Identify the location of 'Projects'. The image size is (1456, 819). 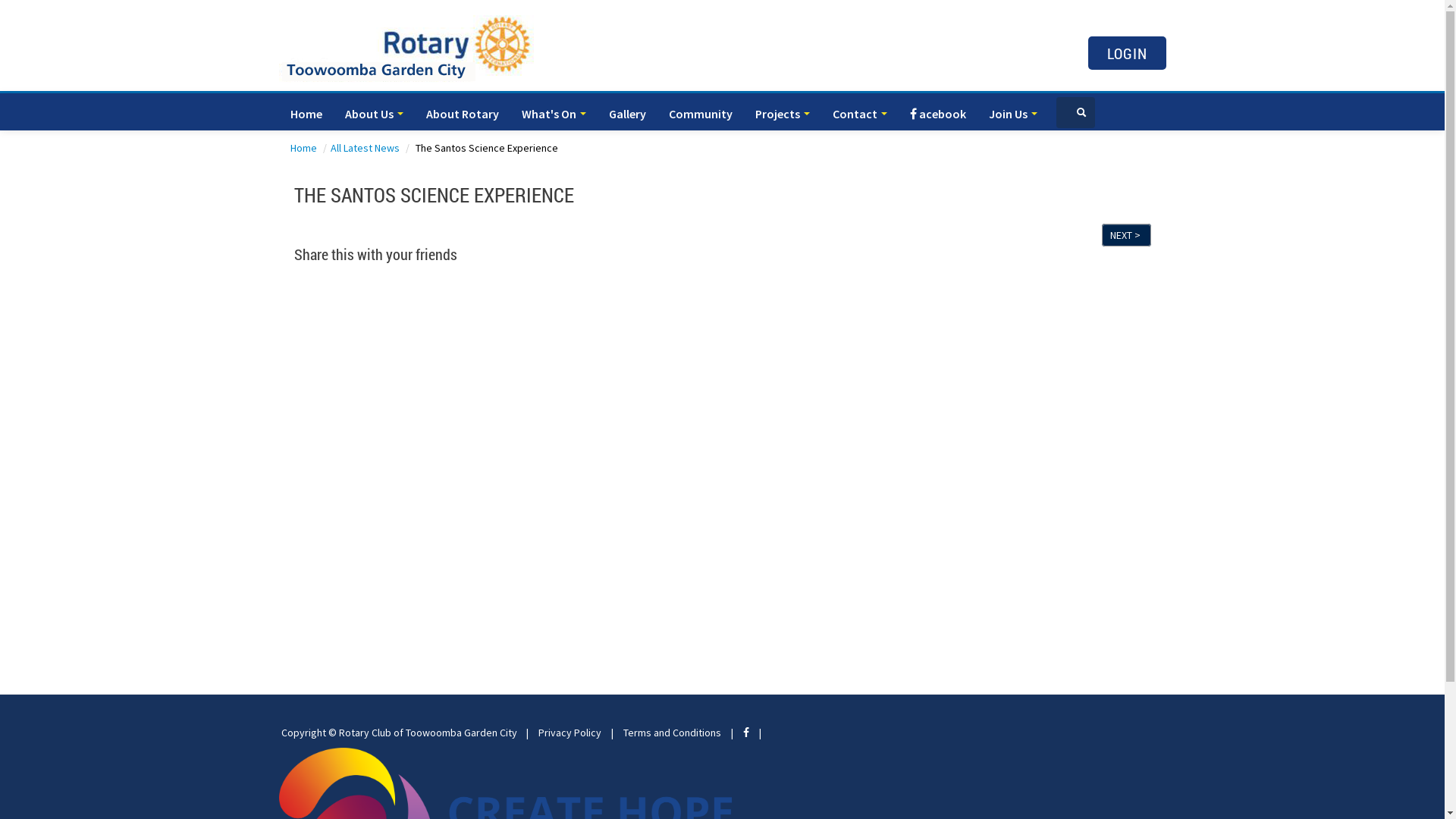
(782, 113).